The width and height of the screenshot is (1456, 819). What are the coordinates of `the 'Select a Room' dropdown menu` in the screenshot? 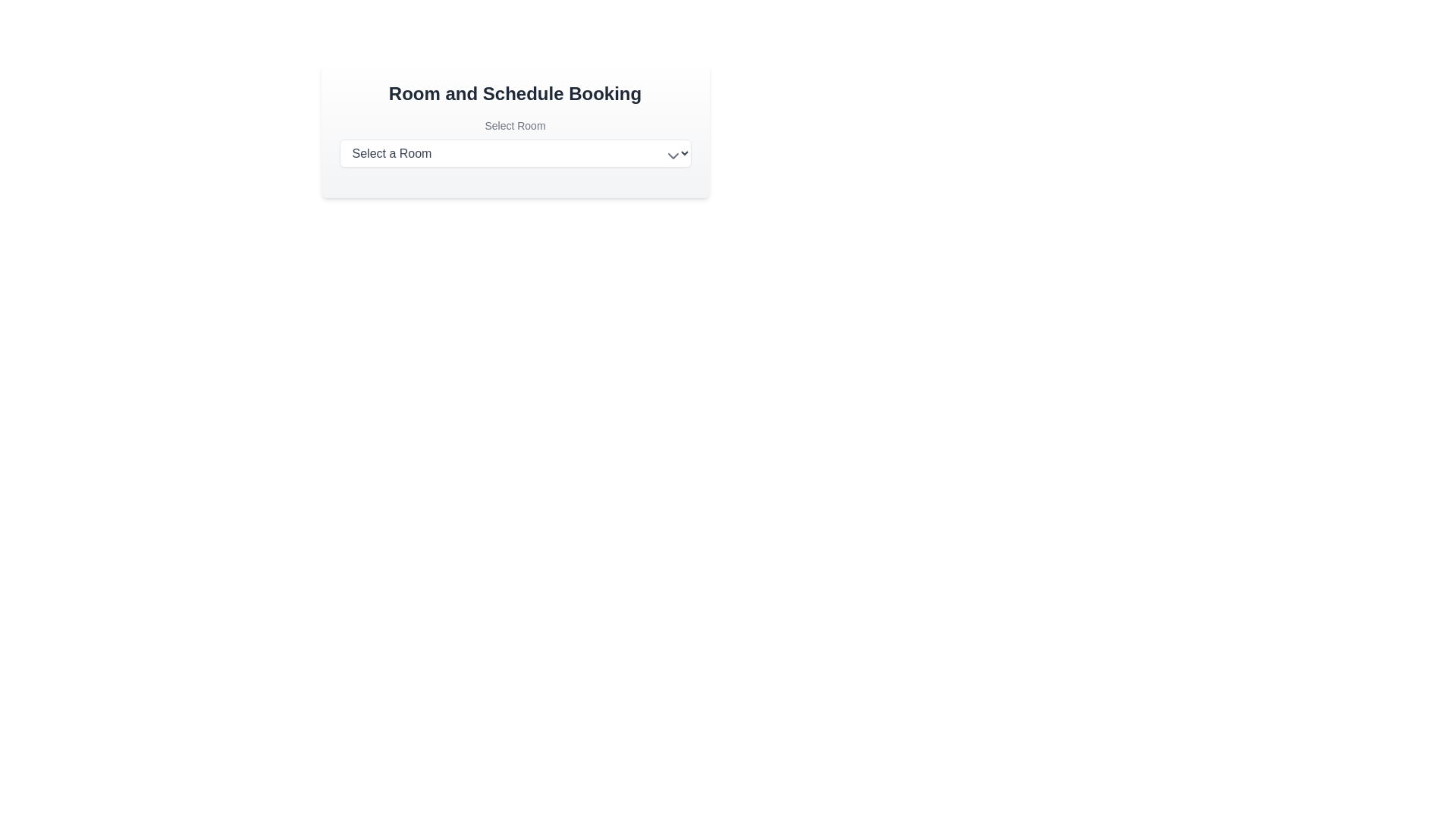 It's located at (515, 153).